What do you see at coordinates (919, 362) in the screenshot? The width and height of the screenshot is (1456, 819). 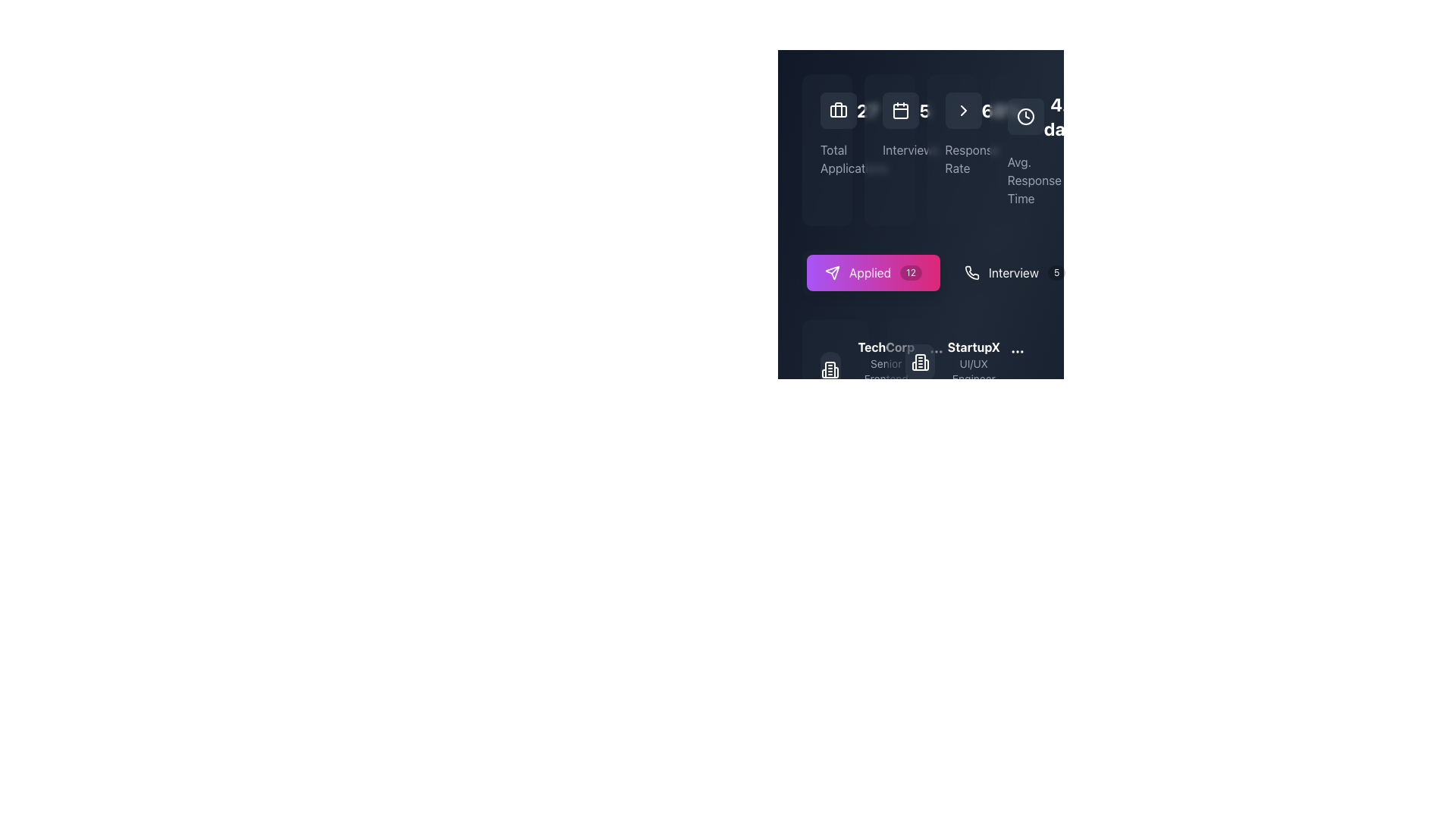 I see `the graphical vector element that represents a segment of a building in the SVG icon with class 'lucide lucide-building2 w-6 h-6'` at bounding box center [919, 362].